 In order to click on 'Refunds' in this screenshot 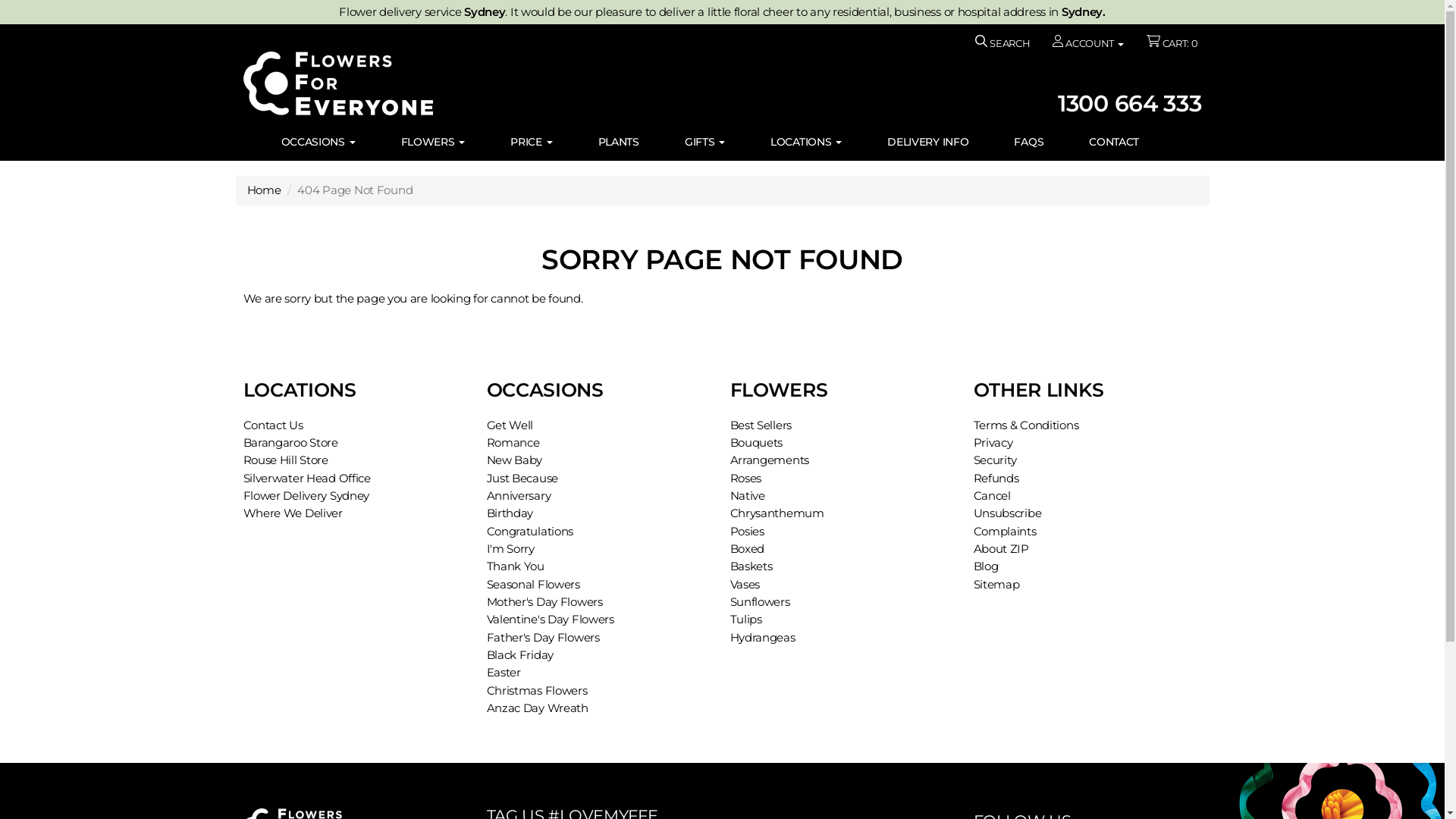, I will do `click(973, 479)`.